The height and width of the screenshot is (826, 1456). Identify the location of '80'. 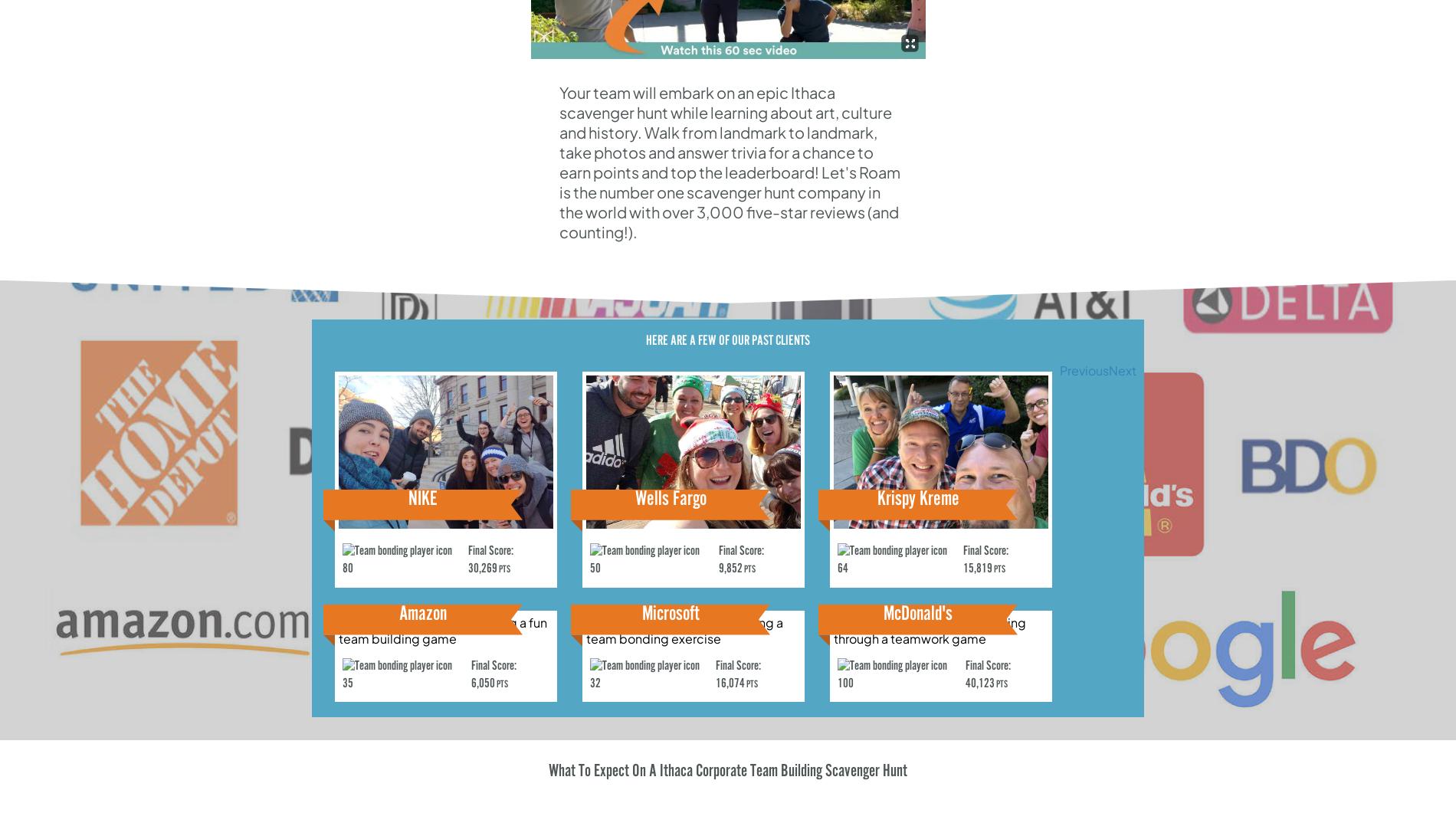
(346, 569).